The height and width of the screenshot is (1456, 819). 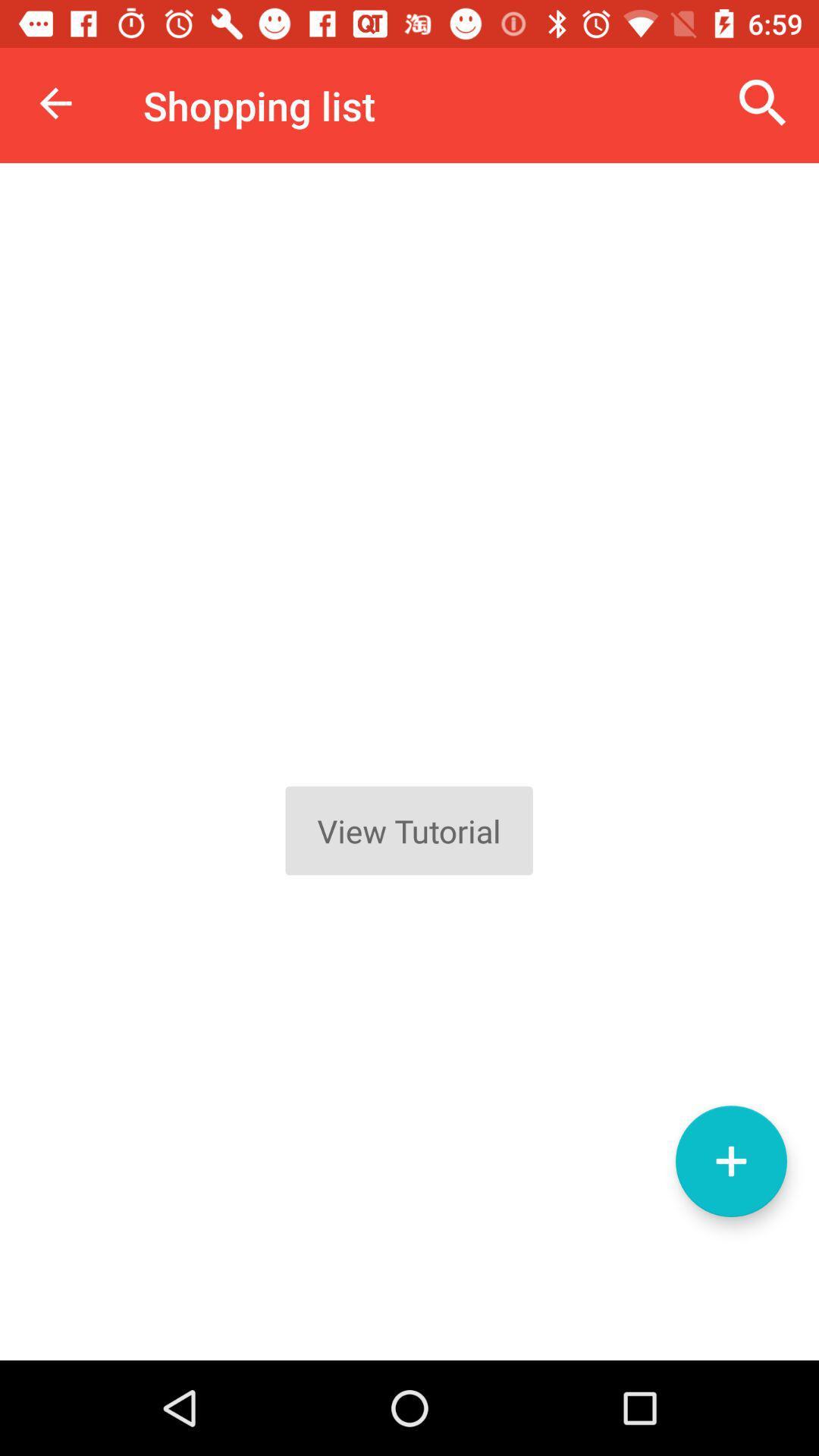 I want to click on tutorial, so click(x=409, y=761).